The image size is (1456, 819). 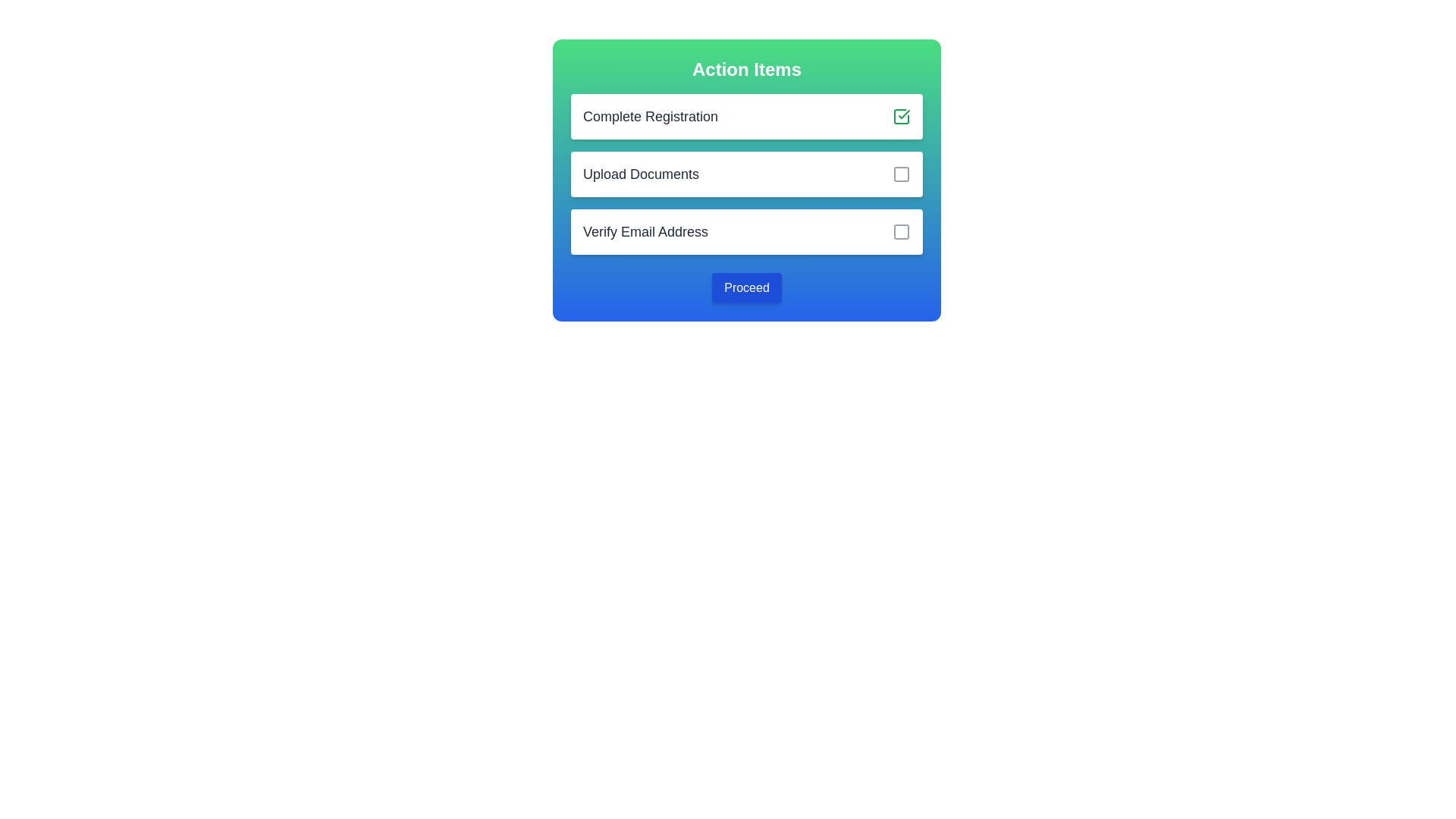 I want to click on the 'Action Items' list item with a checkbox that allows users to upload documents, which is the second item in the list, so click(x=746, y=174).